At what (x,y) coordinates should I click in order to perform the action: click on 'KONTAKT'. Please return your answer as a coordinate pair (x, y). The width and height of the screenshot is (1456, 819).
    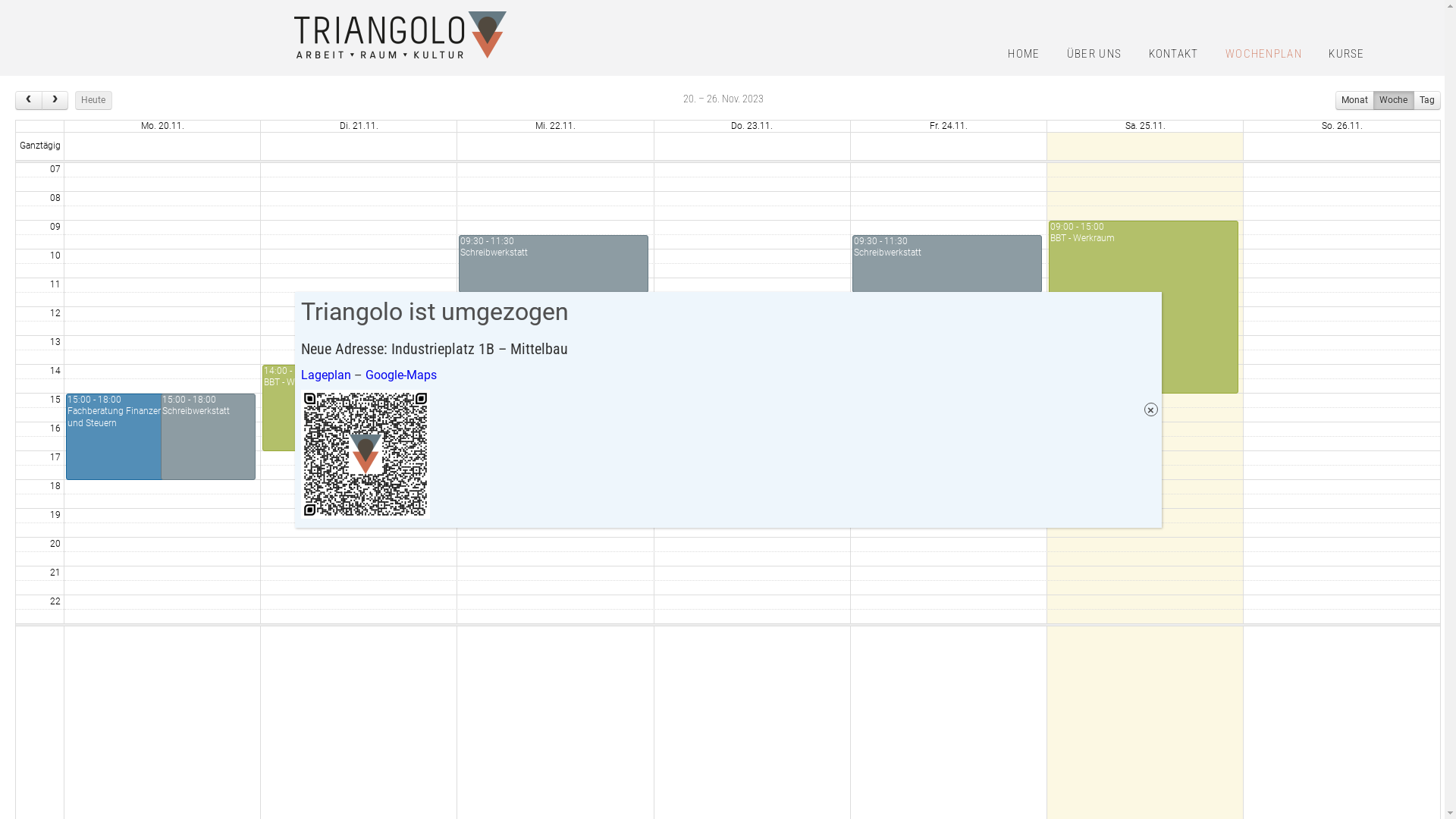
    Looking at the image, I should click on (1173, 54).